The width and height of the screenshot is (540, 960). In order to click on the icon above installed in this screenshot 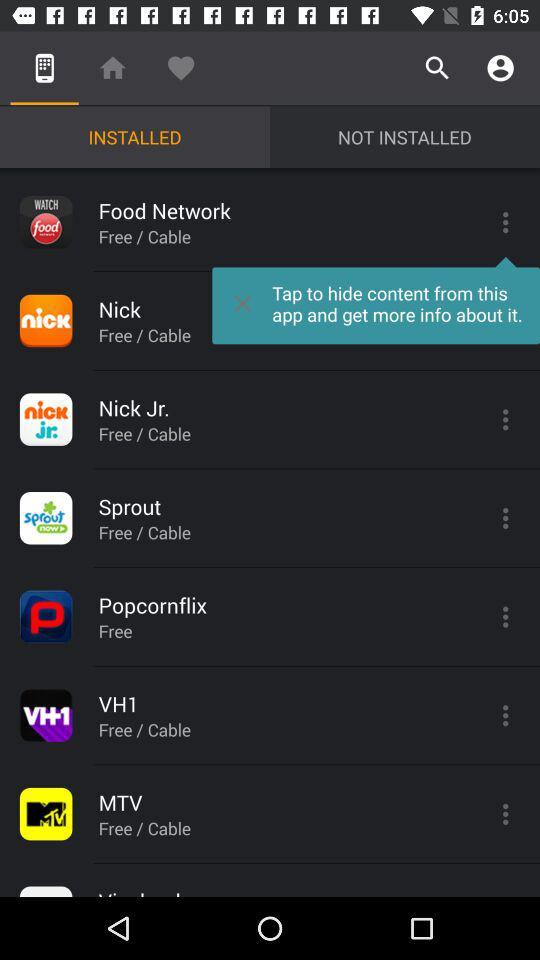, I will do `click(112, 68)`.